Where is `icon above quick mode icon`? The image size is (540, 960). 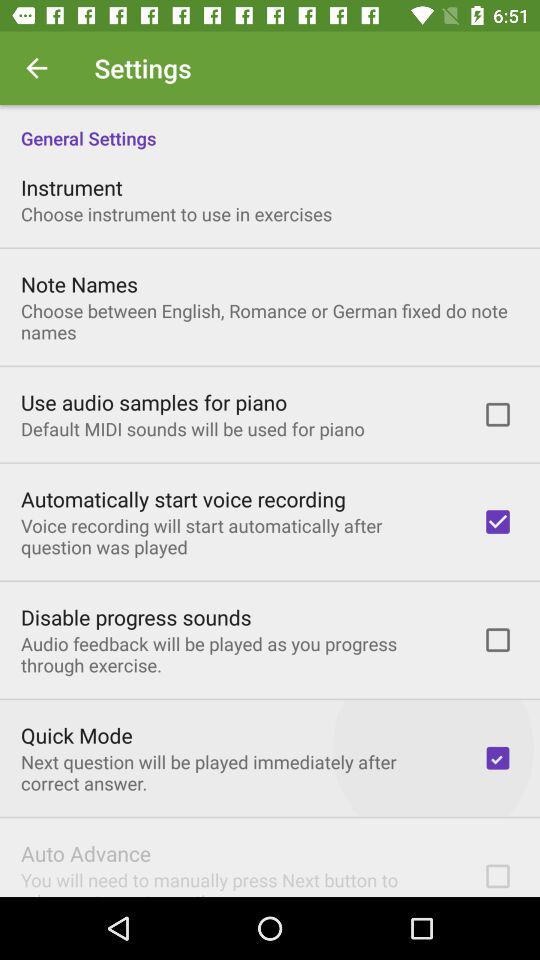 icon above quick mode icon is located at coordinates (238, 653).